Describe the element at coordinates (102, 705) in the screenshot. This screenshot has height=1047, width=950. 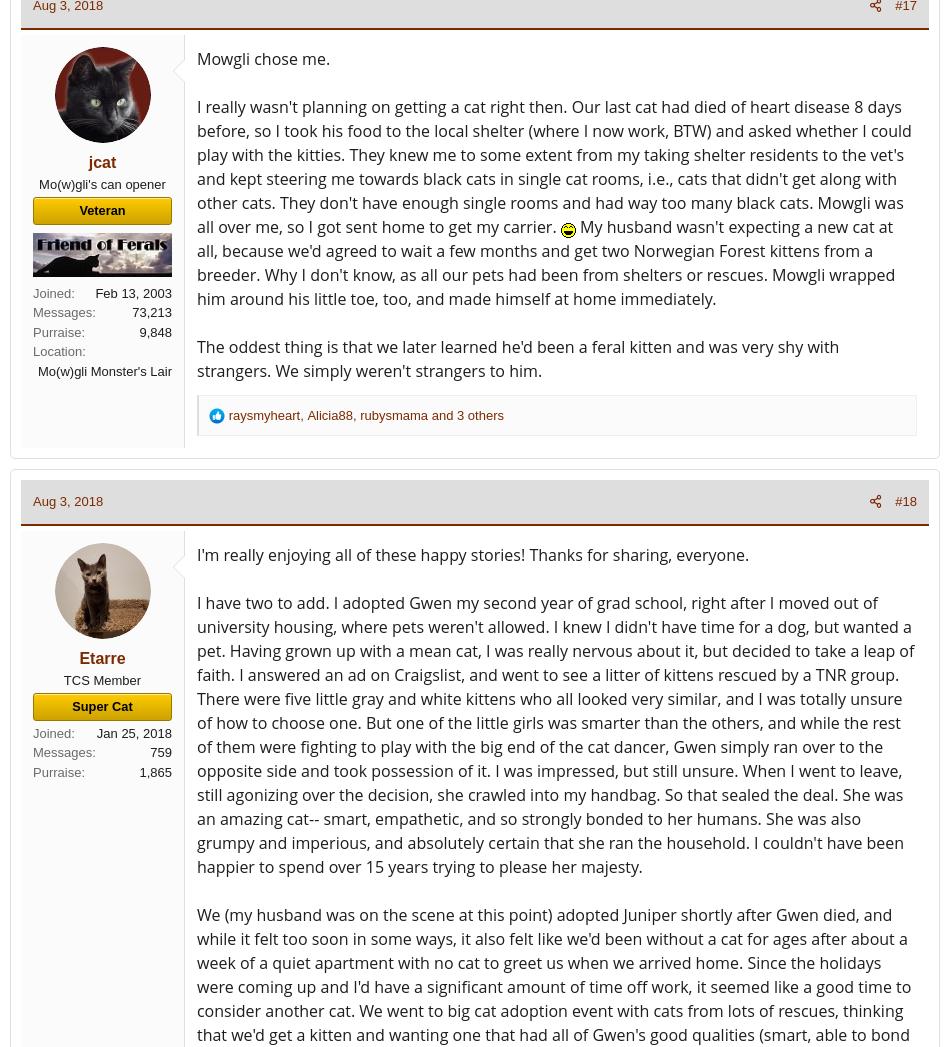
I see `'Super Cat'` at that location.